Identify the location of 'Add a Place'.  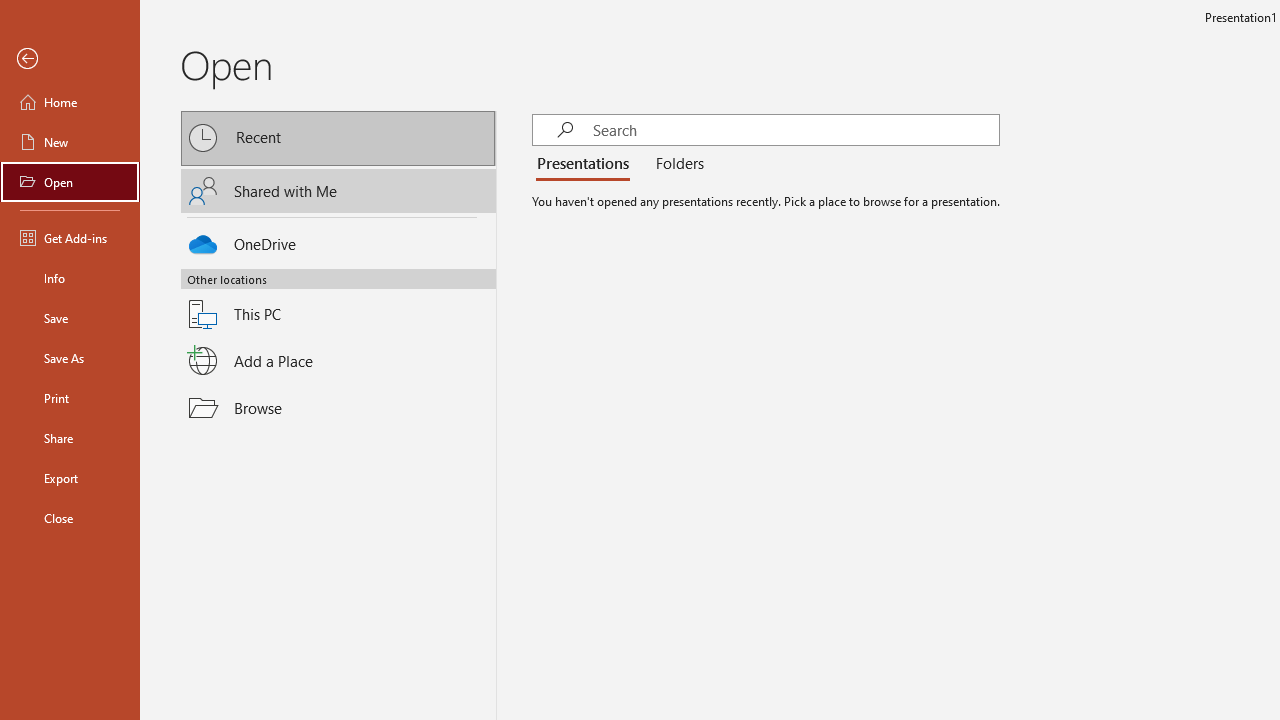
(338, 361).